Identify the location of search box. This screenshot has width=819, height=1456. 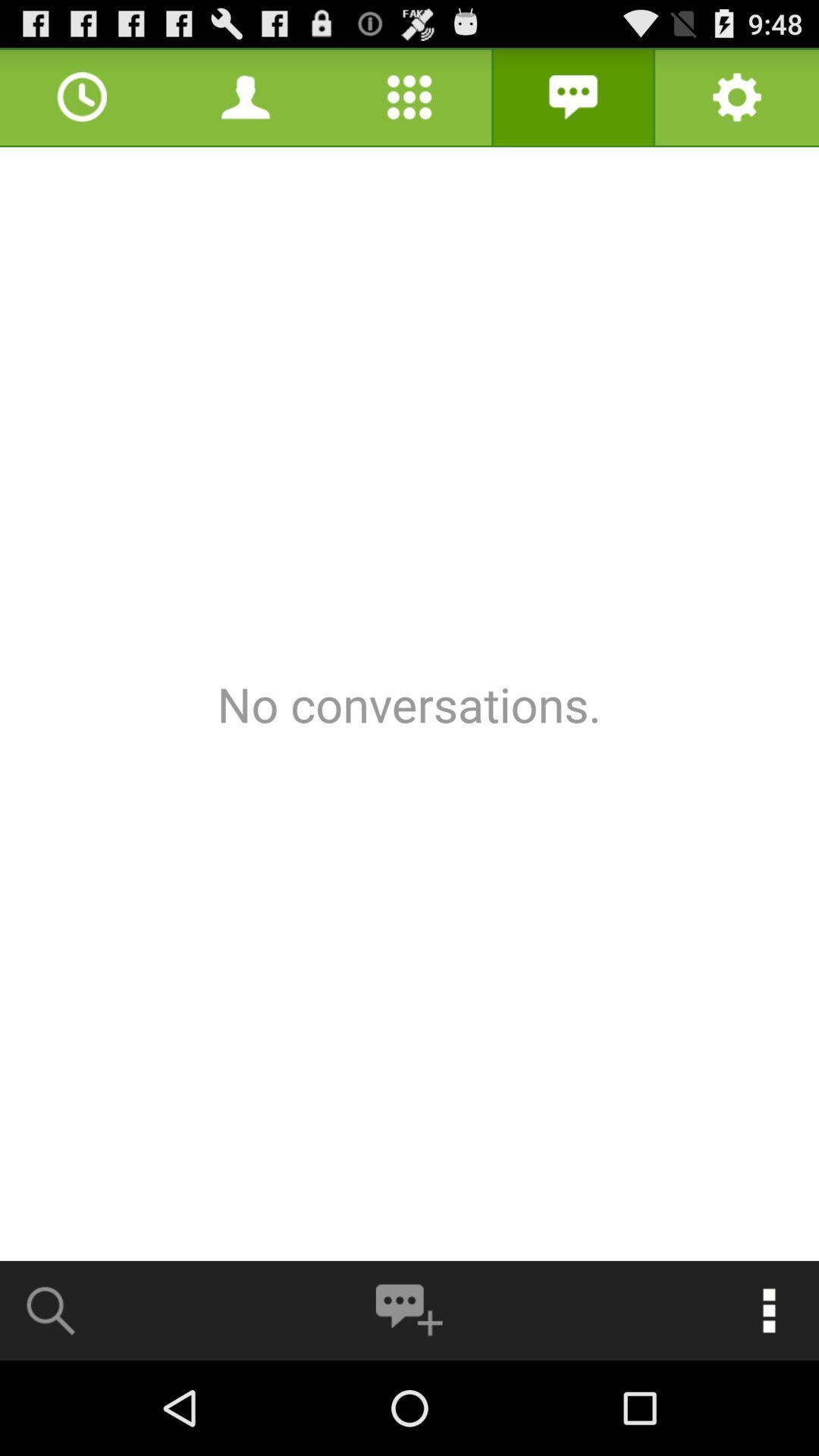
(51, 1310).